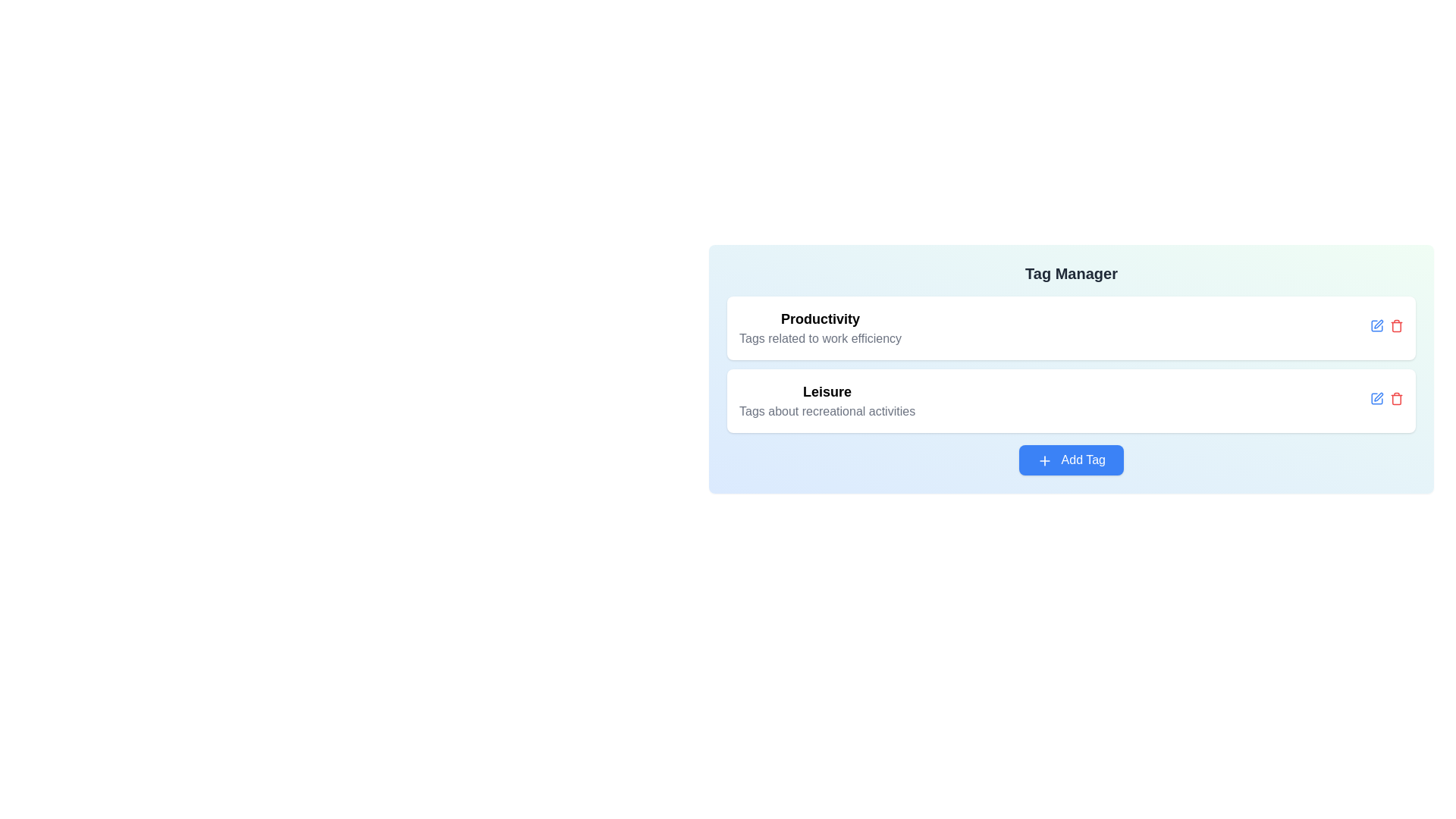 The width and height of the screenshot is (1456, 819). What do you see at coordinates (827, 412) in the screenshot?
I see `descriptive text located beneath the 'Leisure' header, which provides additional context about the category` at bounding box center [827, 412].